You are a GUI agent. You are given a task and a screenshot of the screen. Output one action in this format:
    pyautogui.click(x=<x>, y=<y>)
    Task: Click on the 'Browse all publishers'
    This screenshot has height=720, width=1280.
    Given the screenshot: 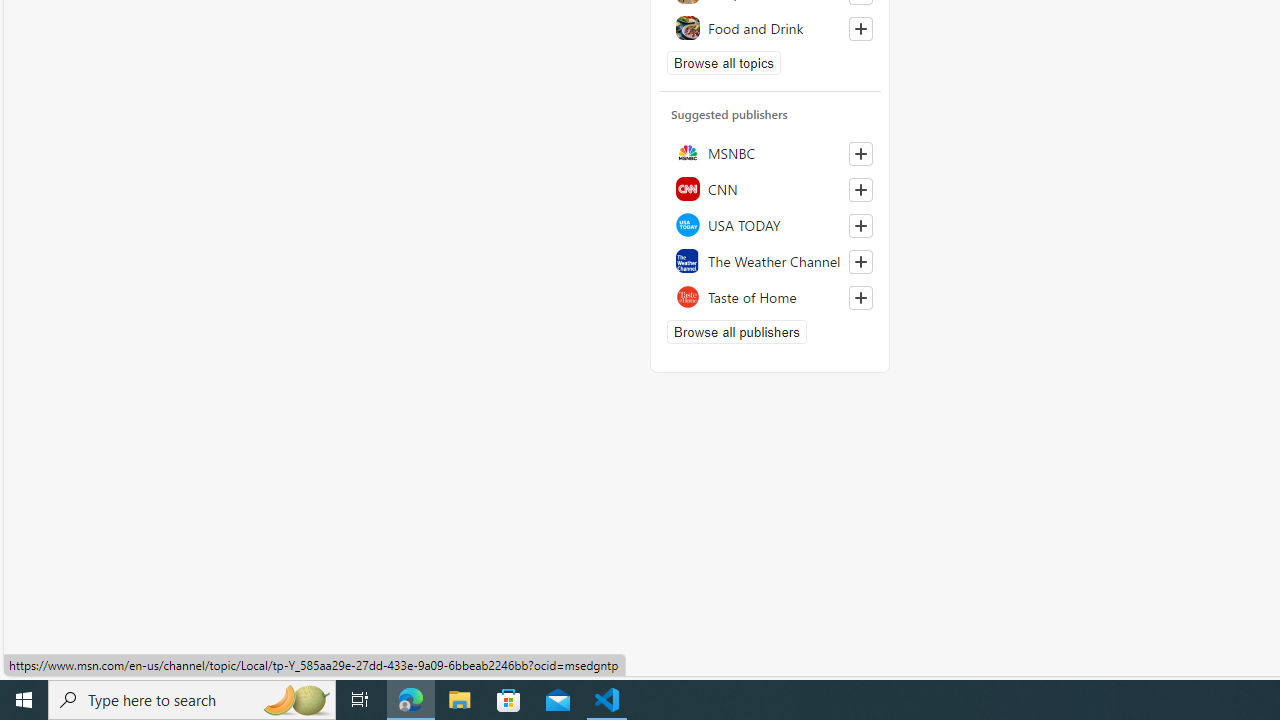 What is the action you would take?
    pyautogui.click(x=735, y=330)
    